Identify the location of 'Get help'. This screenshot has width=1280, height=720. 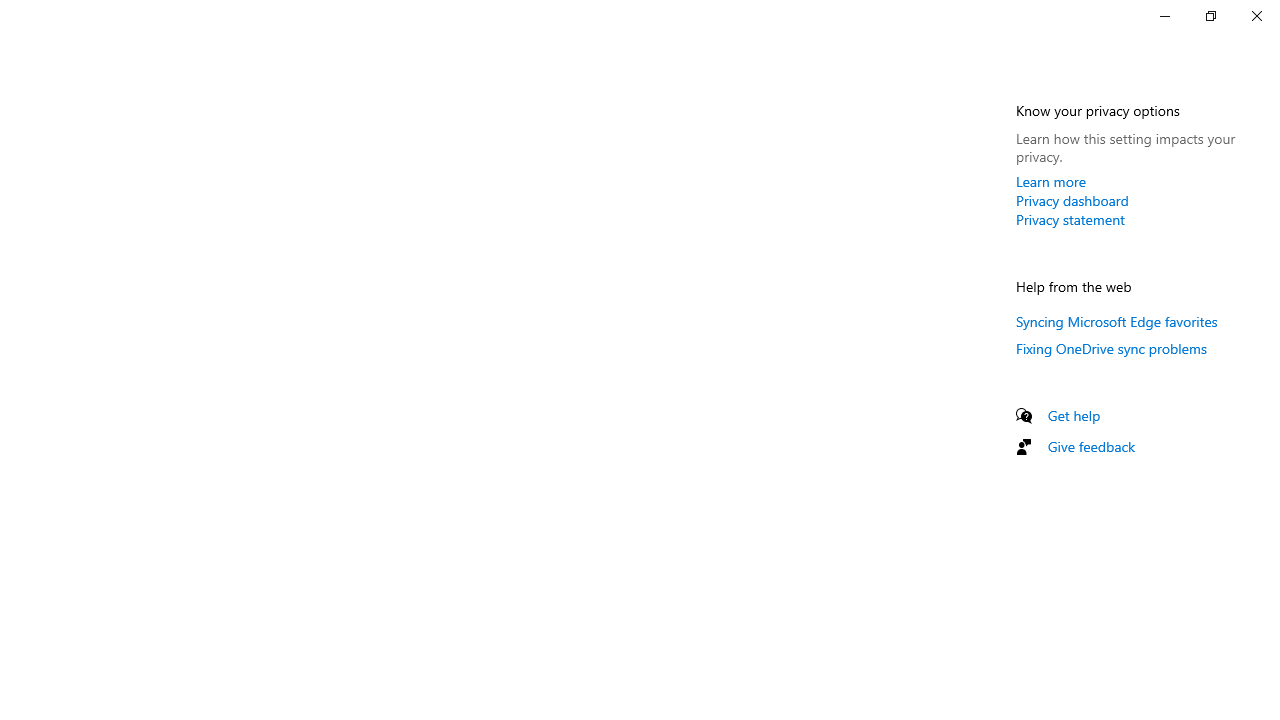
(1073, 414).